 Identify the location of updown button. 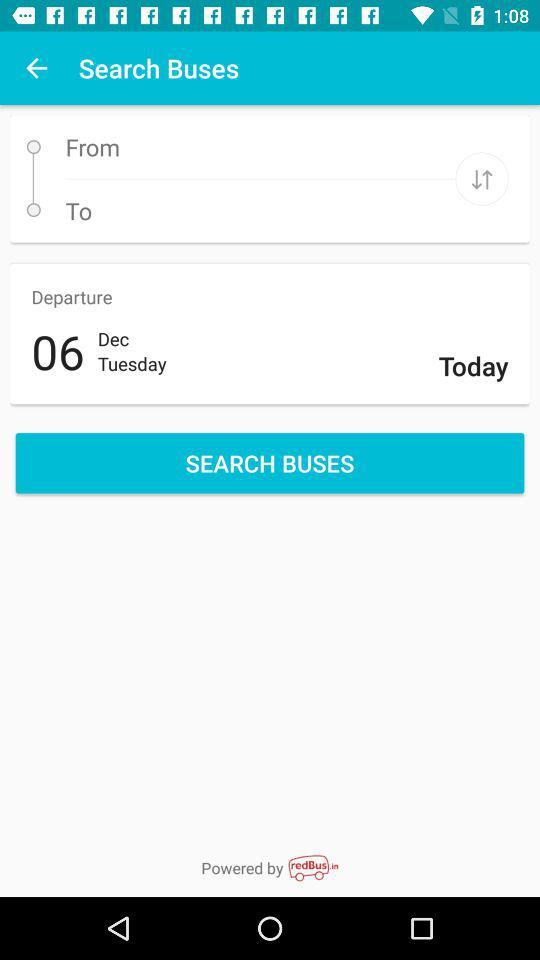
(481, 178).